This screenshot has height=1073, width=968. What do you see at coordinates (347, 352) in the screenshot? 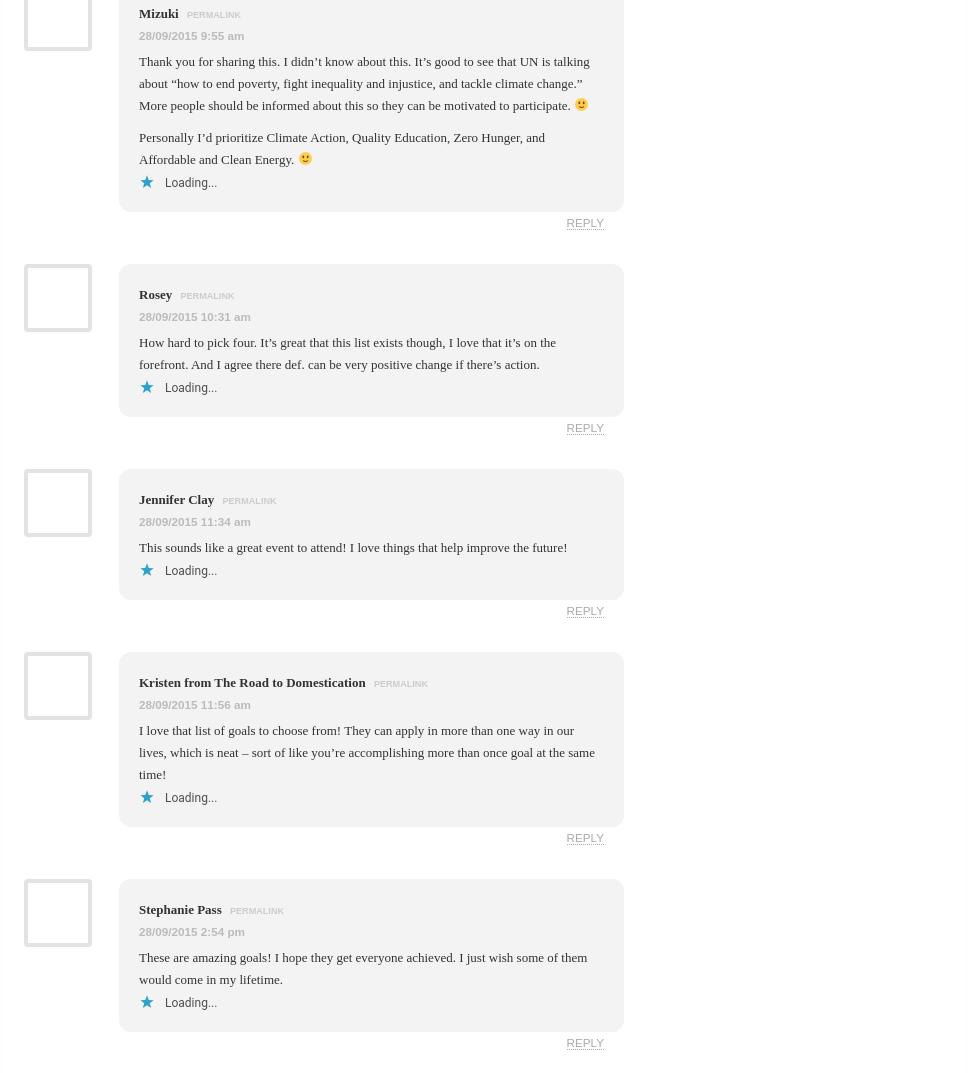
I see `'How hard to pick four. It’s great that this list exists though, I love that it’s on the forefront. And I agree there def. can be very positive change if there’s action.'` at bounding box center [347, 352].